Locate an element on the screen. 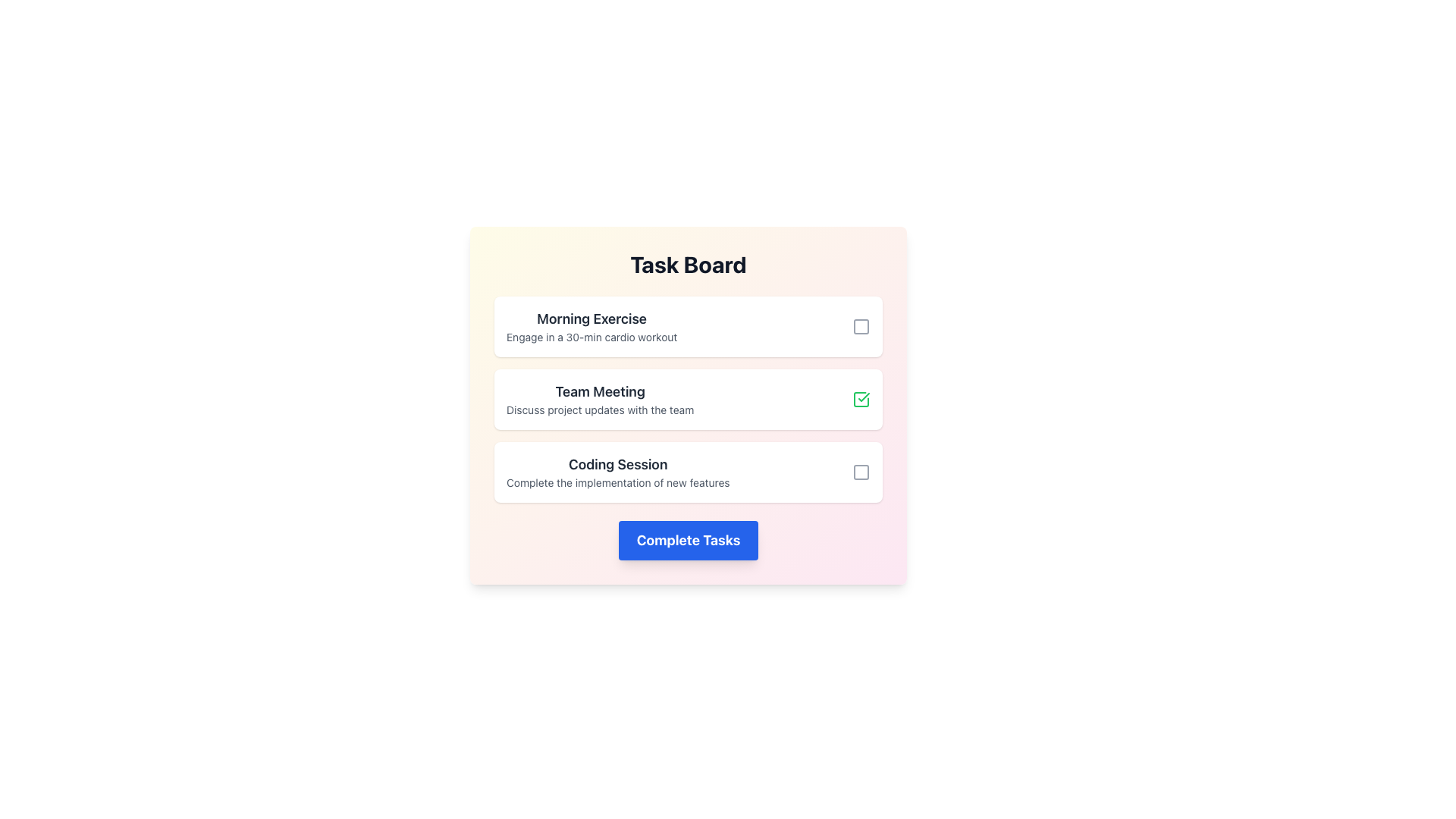 The width and height of the screenshot is (1456, 819). the Text Display element that serves as a label and description for a meeting, located in the second card of a vertical list on the task board layout is located at coordinates (599, 399).